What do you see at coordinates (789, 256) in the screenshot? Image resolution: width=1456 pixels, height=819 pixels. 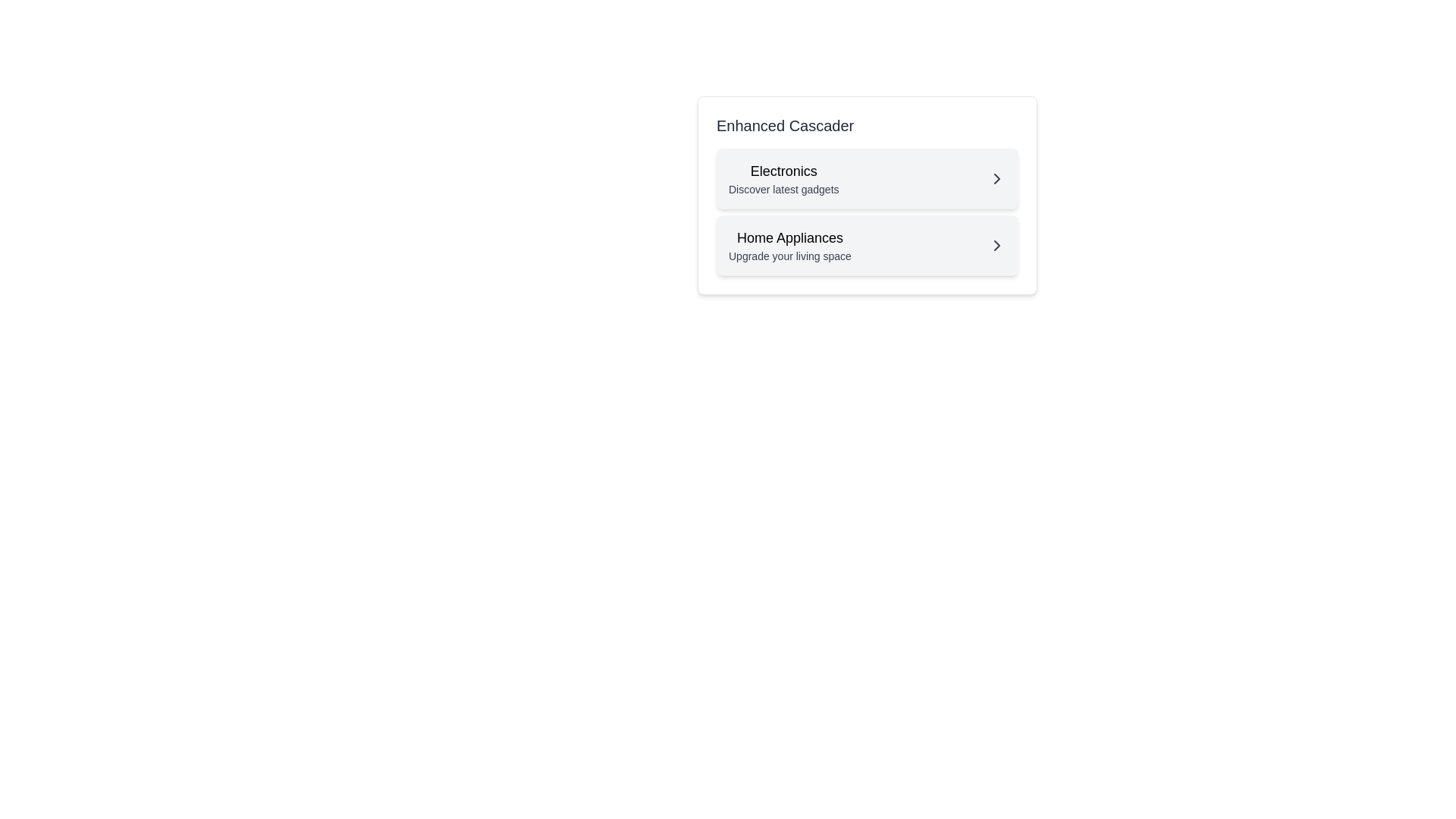 I see `the text label that serves as a descriptive caption for the 'Home Appliances' entry, positioned directly below the sibling element containing 'Home Appliances'` at bounding box center [789, 256].